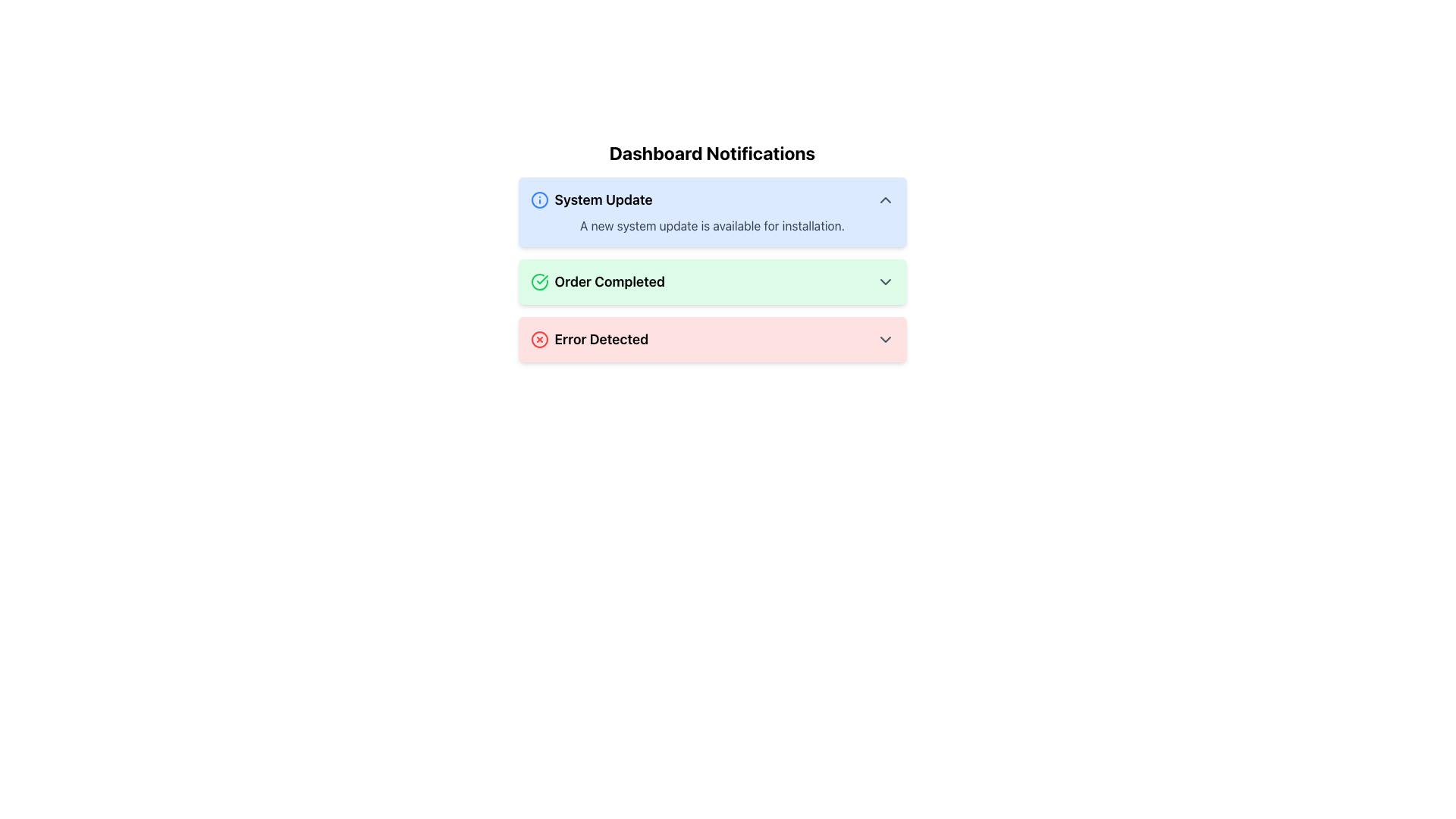 Image resolution: width=1456 pixels, height=819 pixels. What do you see at coordinates (603, 199) in the screenshot?
I see `text 'System Update' displayed in bold within the topmost notification card in the vertical list of notifications` at bounding box center [603, 199].